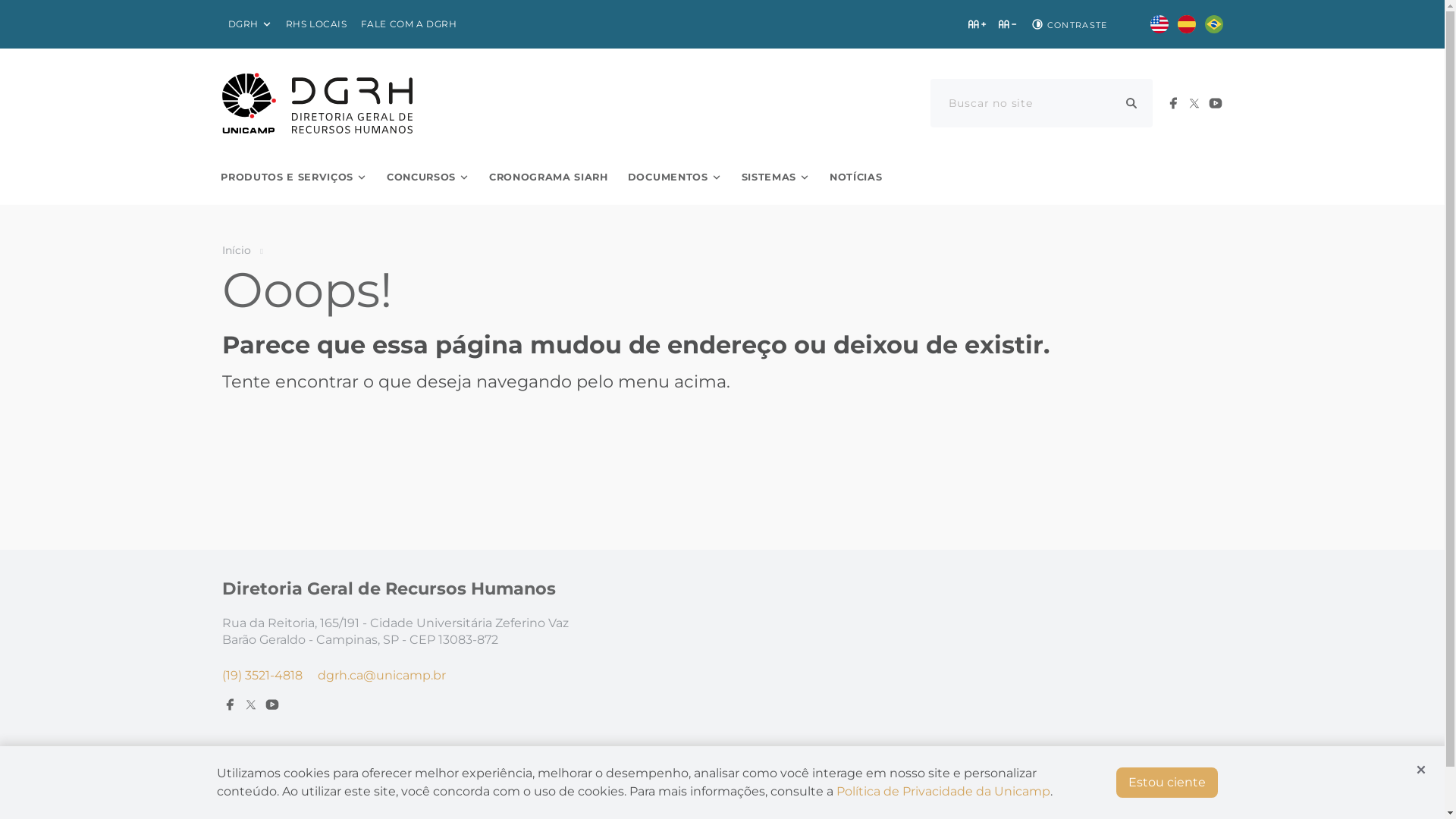 The height and width of the screenshot is (819, 1456). Describe the element at coordinates (1203, 24) in the screenshot. I see `'Portuguese'` at that location.